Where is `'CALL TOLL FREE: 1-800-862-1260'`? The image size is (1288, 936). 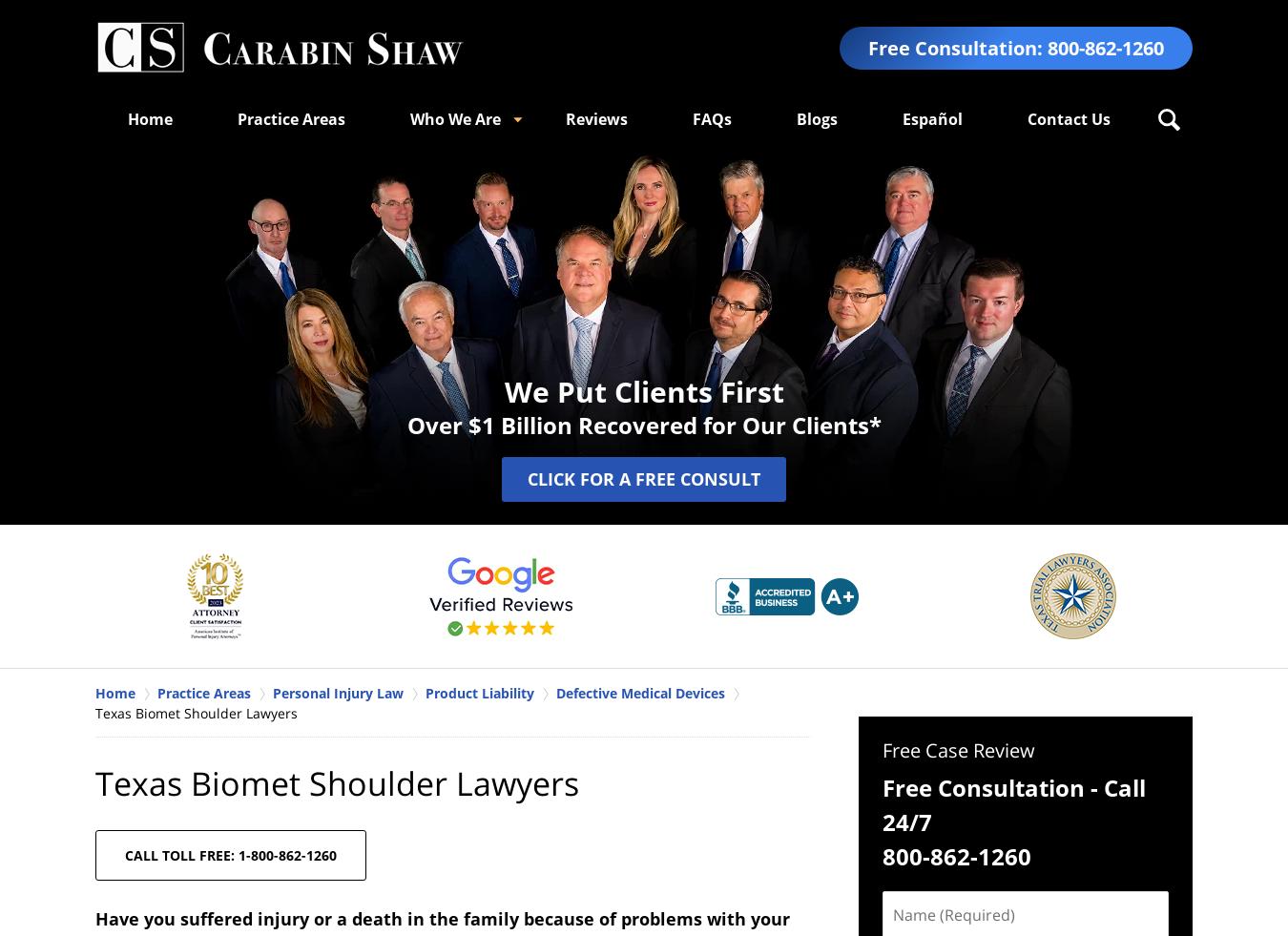
'CALL TOLL FREE: 1-800-862-1260' is located at coordinates (230, 854).